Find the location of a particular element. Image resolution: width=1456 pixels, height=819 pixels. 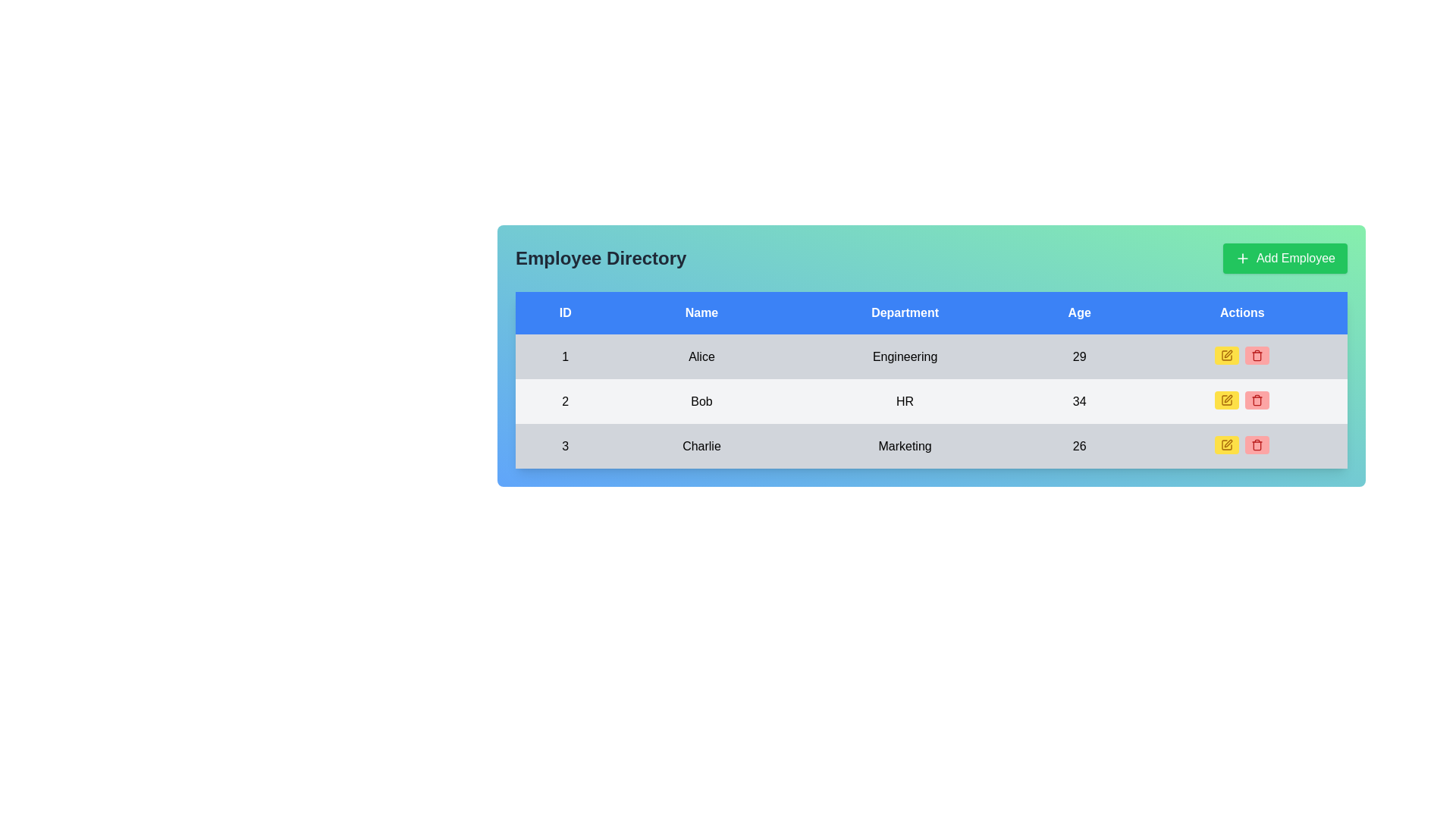

the 'Edit' button located in the second row of the table under the 'Actions' column, which is the first button in that column, to gain additional context or visual feedback is located at coordinates (1227, 400).